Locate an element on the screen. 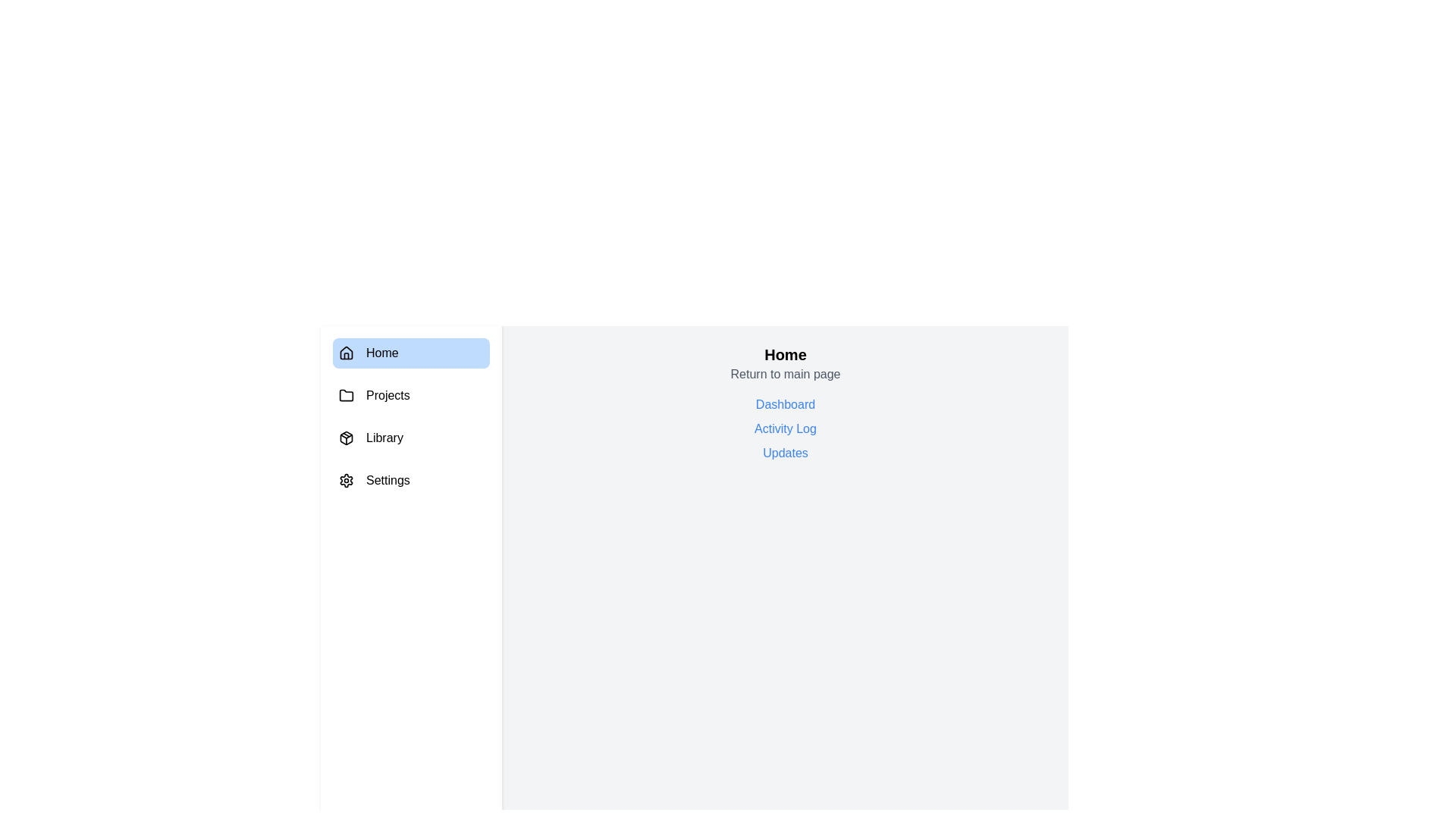 Image resolution: width=1456 pixels, height=819 pixels. the interactive text link list located beneath the 'Return to main page' subtitle to observe the hover effect on the links 'Dashboard', 'Activity Log', and 'Updates' is located at coordinates (786, 429).